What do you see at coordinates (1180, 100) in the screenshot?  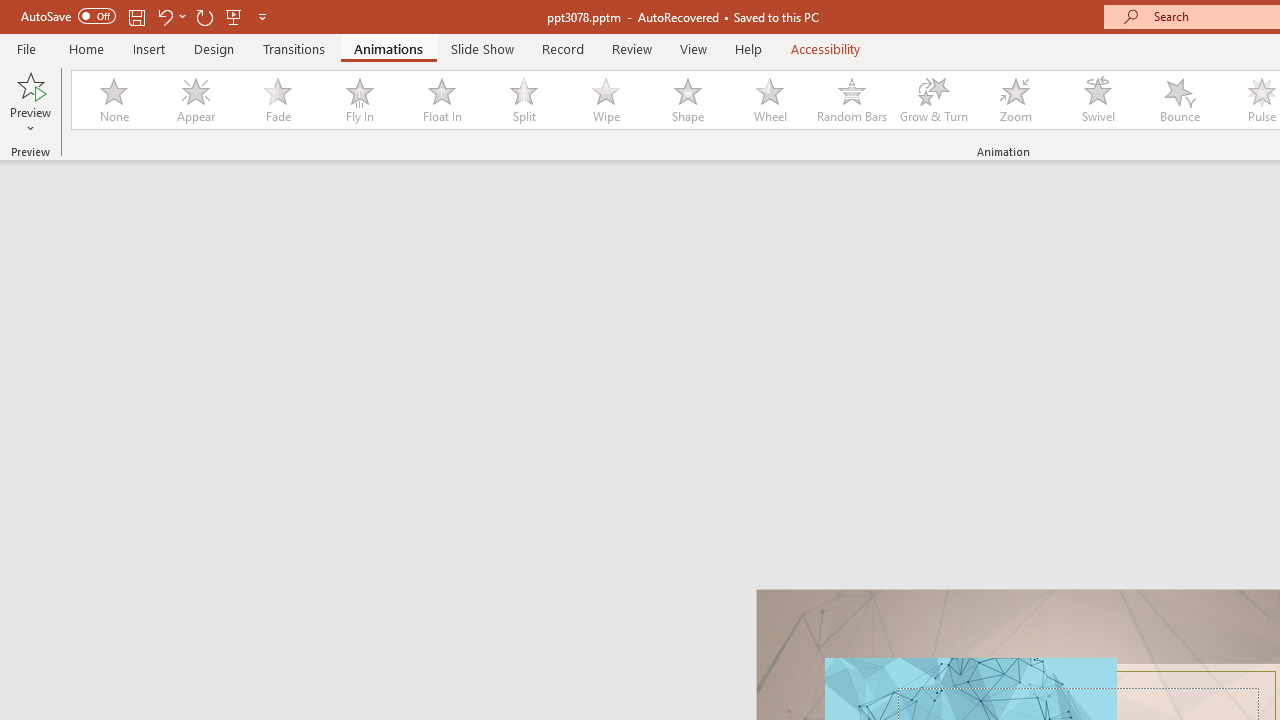 I see `'Bounce'` at bounding box center [1180, 100].